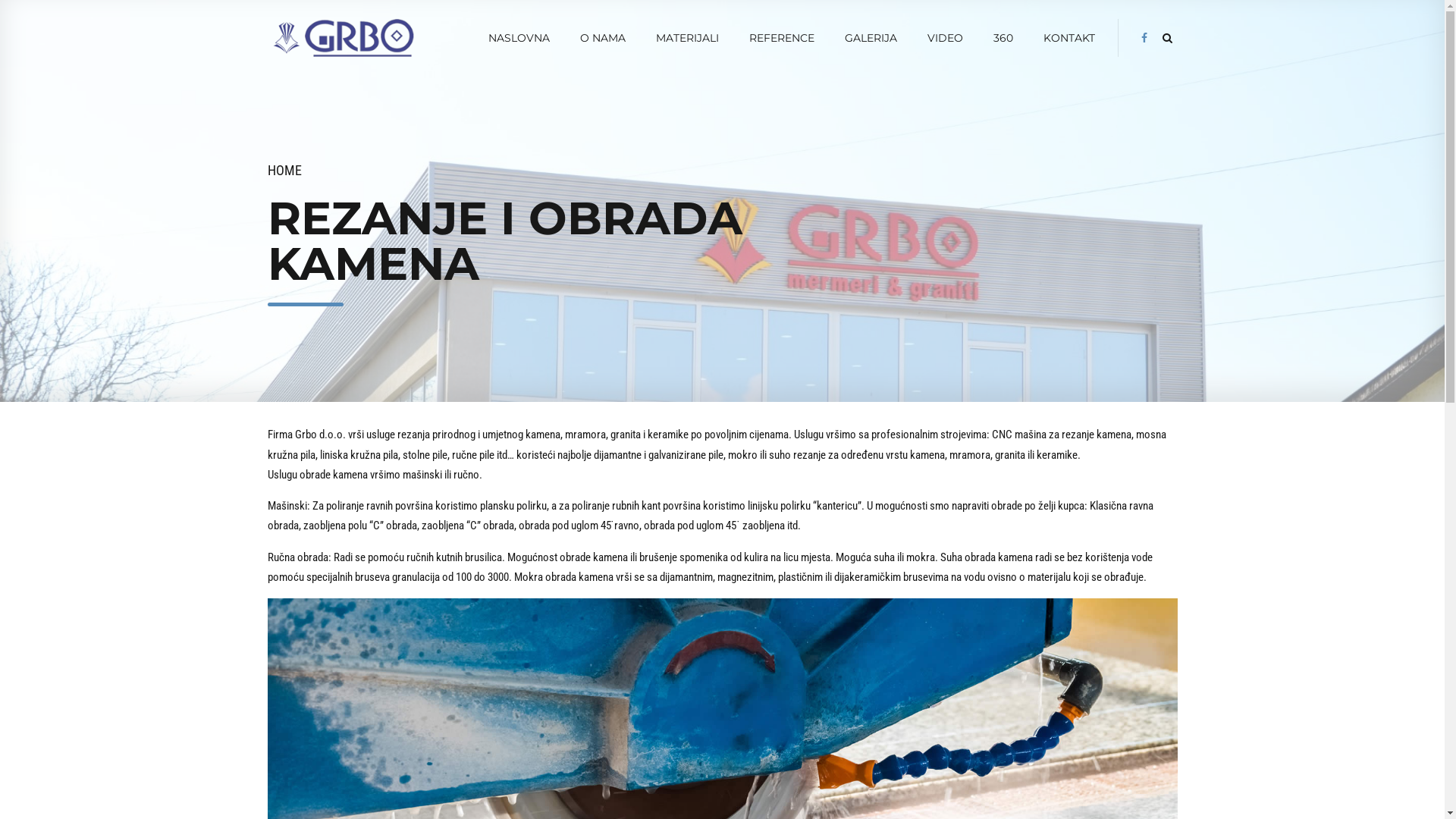 This screenshot has height=819, width=1456. Describe the element at coordinates (782, 37) in the screenshot. I see `'REFERENCE'` at that location.